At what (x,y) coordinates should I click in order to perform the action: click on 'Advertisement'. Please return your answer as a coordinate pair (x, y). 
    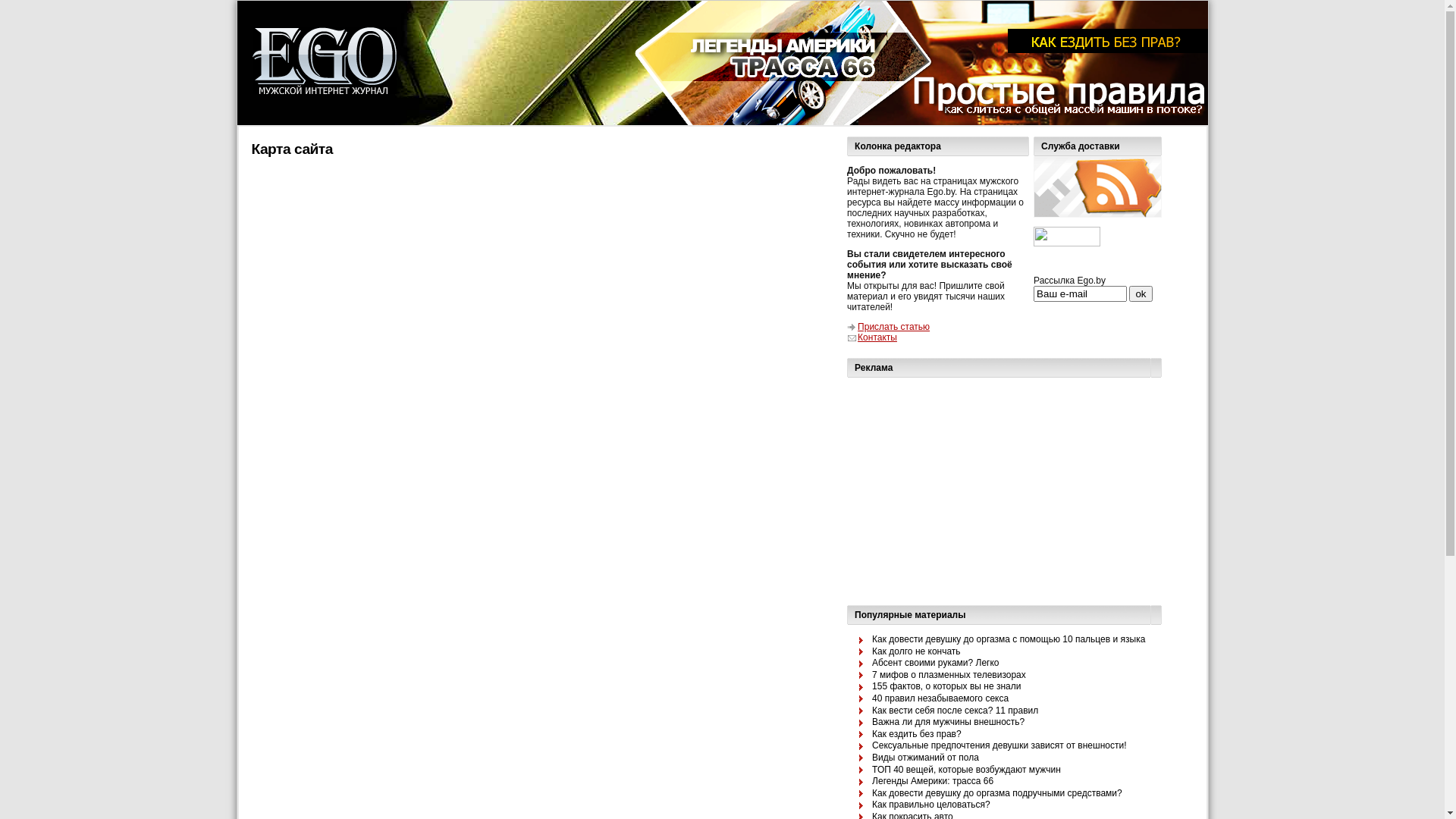
    Looking at the image, I should click on (1004, 494).